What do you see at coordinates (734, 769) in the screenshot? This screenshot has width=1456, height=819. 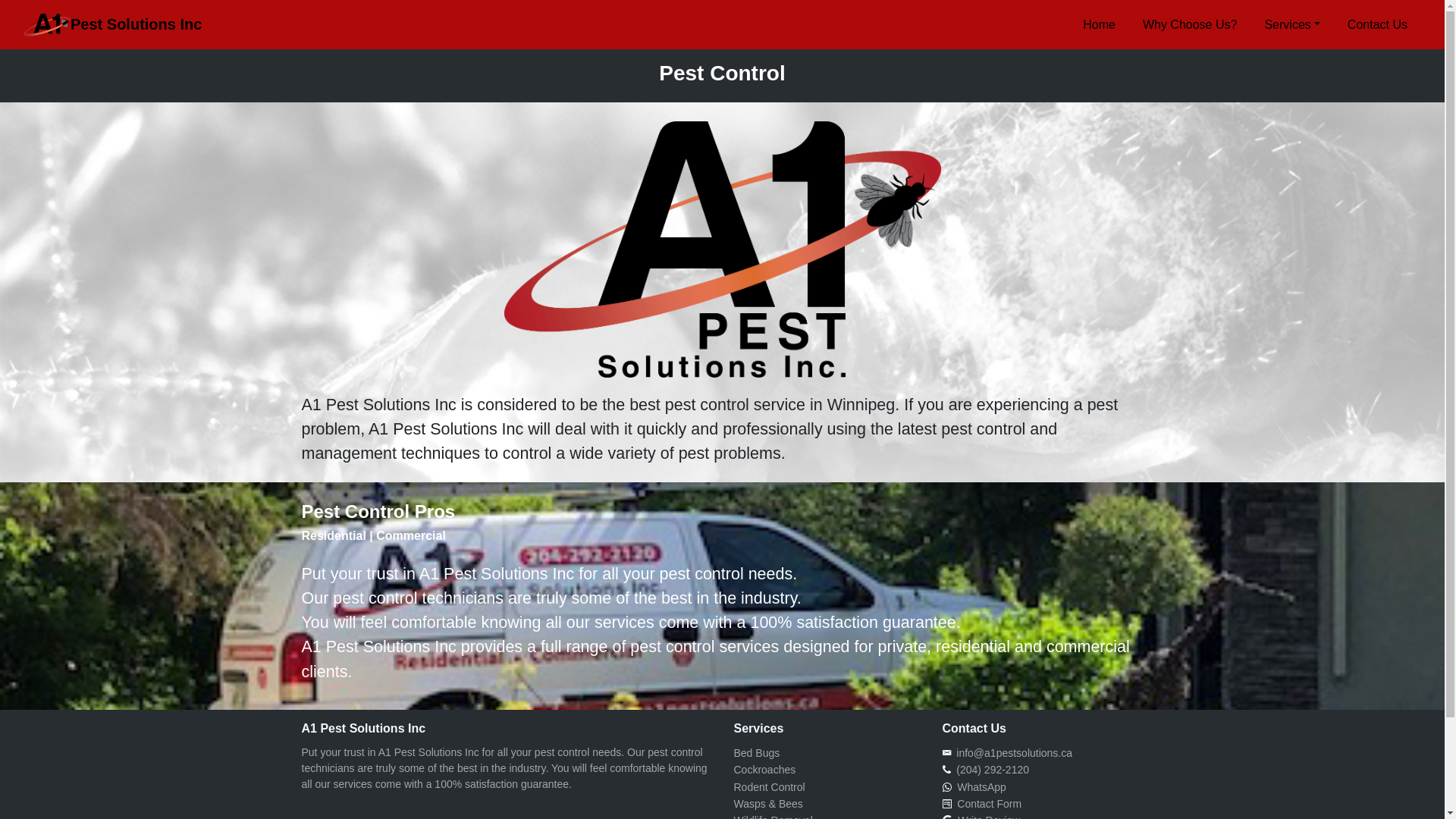 I see `'Cockroaches'` at bounding box center [734, 769].